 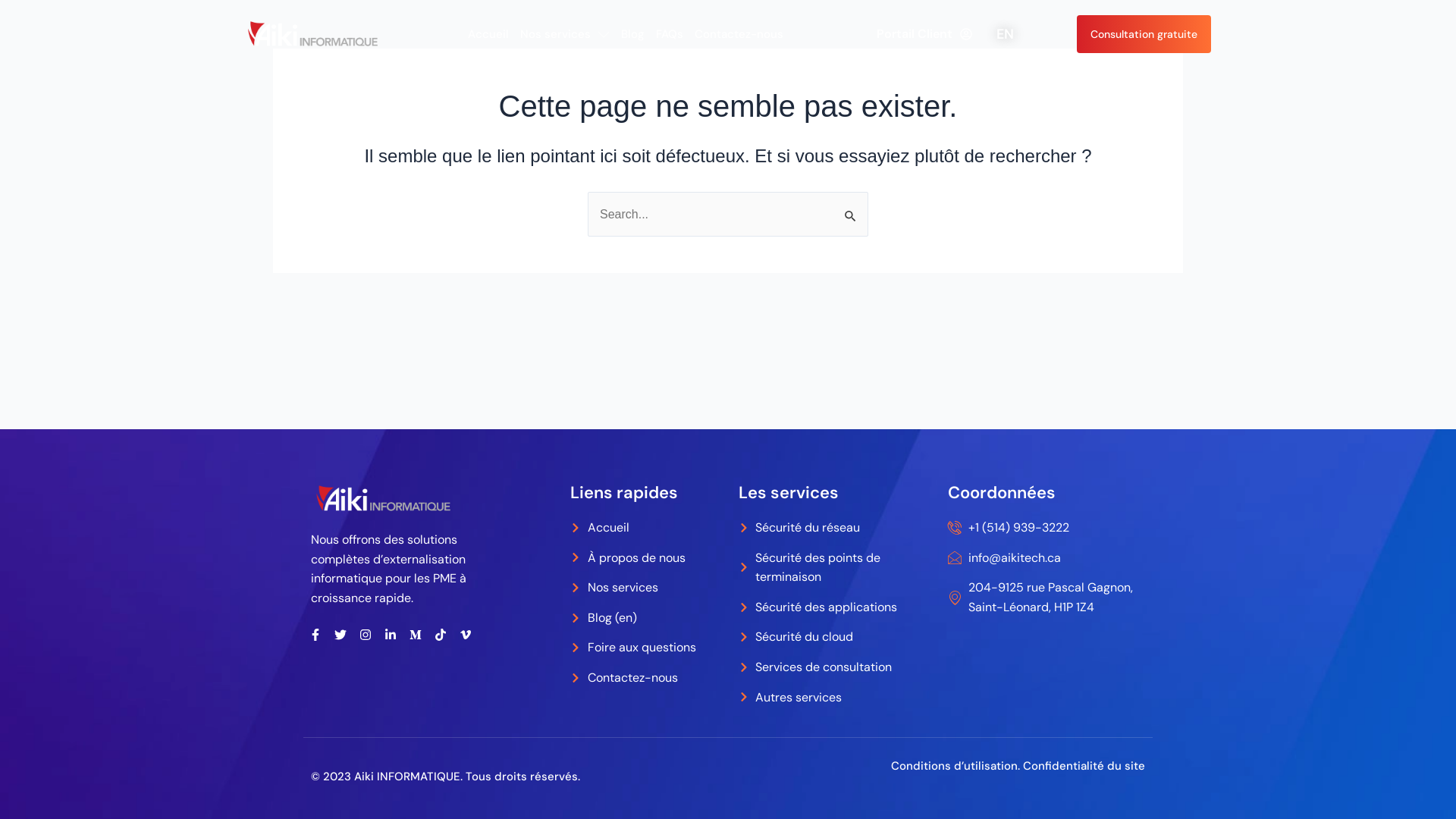 What do you see at coordinates (570, 526) in the screenshot?
I see `'Accueil'` at bounding box center [570, 526].